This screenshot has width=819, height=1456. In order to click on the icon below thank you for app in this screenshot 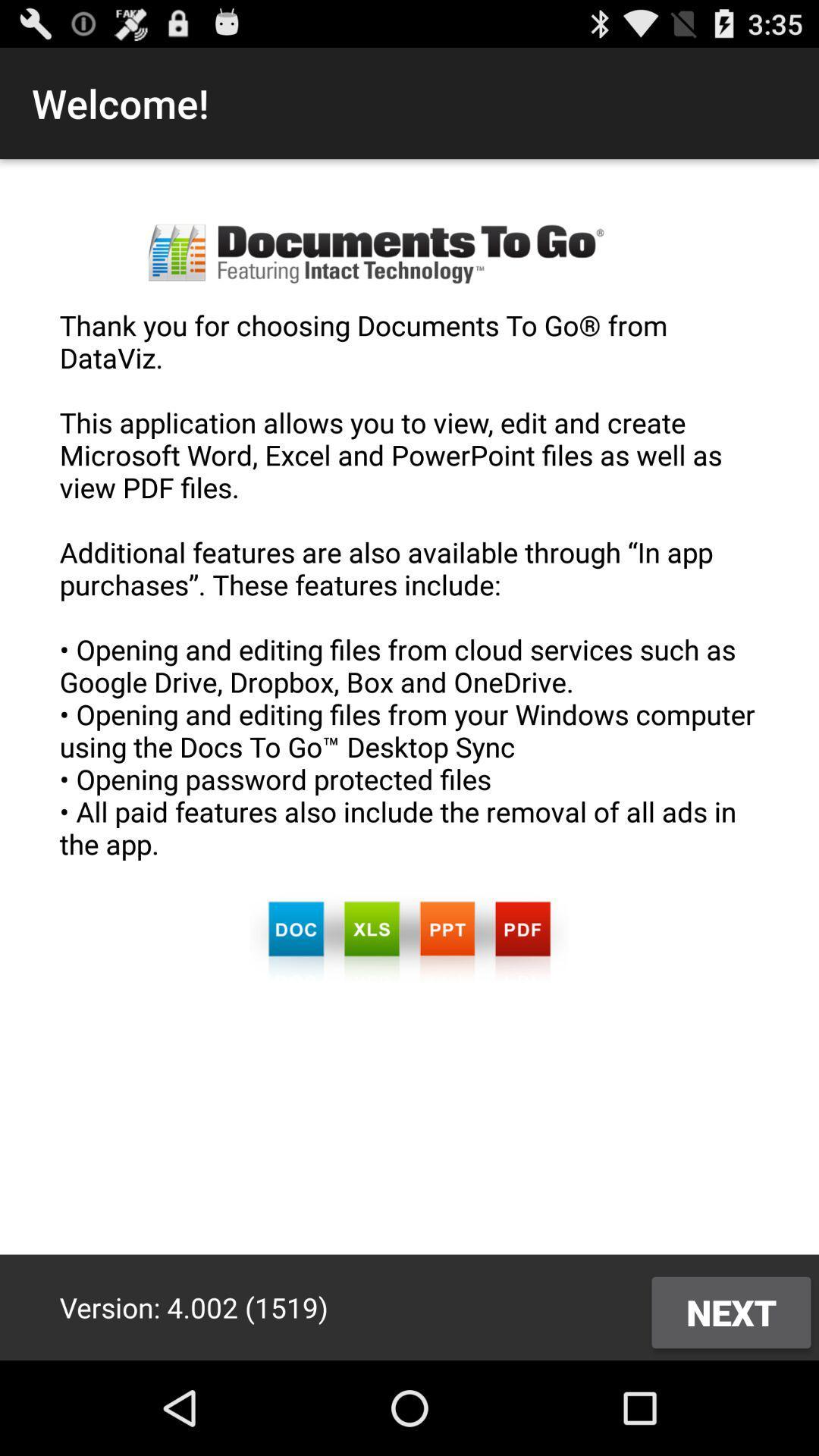, I will do `click(730, 1312)`.